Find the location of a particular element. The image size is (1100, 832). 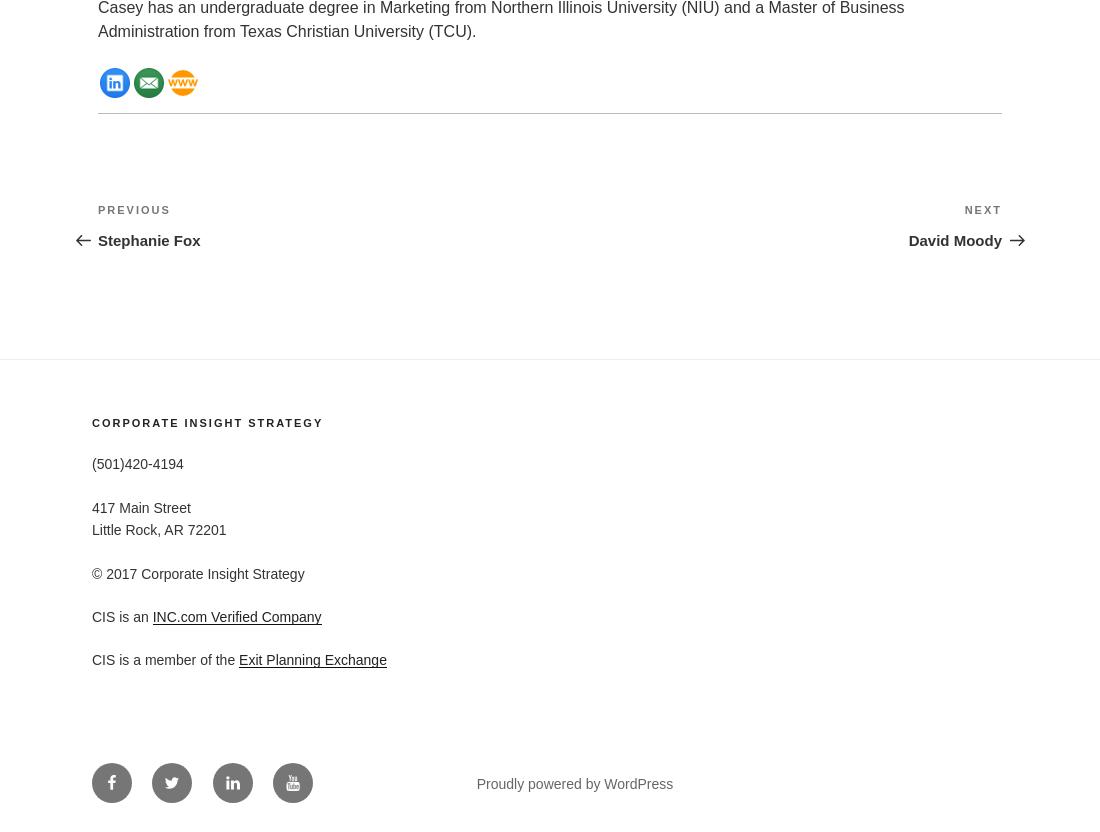

'David Moody' is located at coordinates (908, 240).